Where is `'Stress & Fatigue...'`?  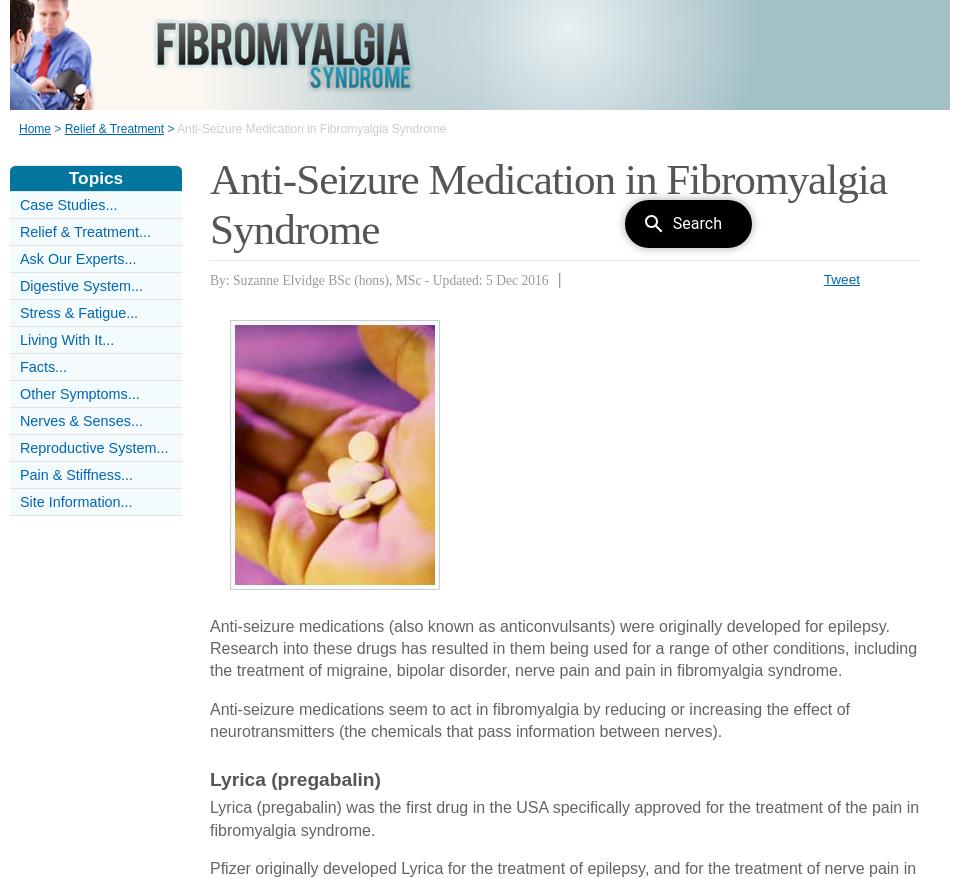
'Stress & Fatigue...' is located at coordinates (79, 313).